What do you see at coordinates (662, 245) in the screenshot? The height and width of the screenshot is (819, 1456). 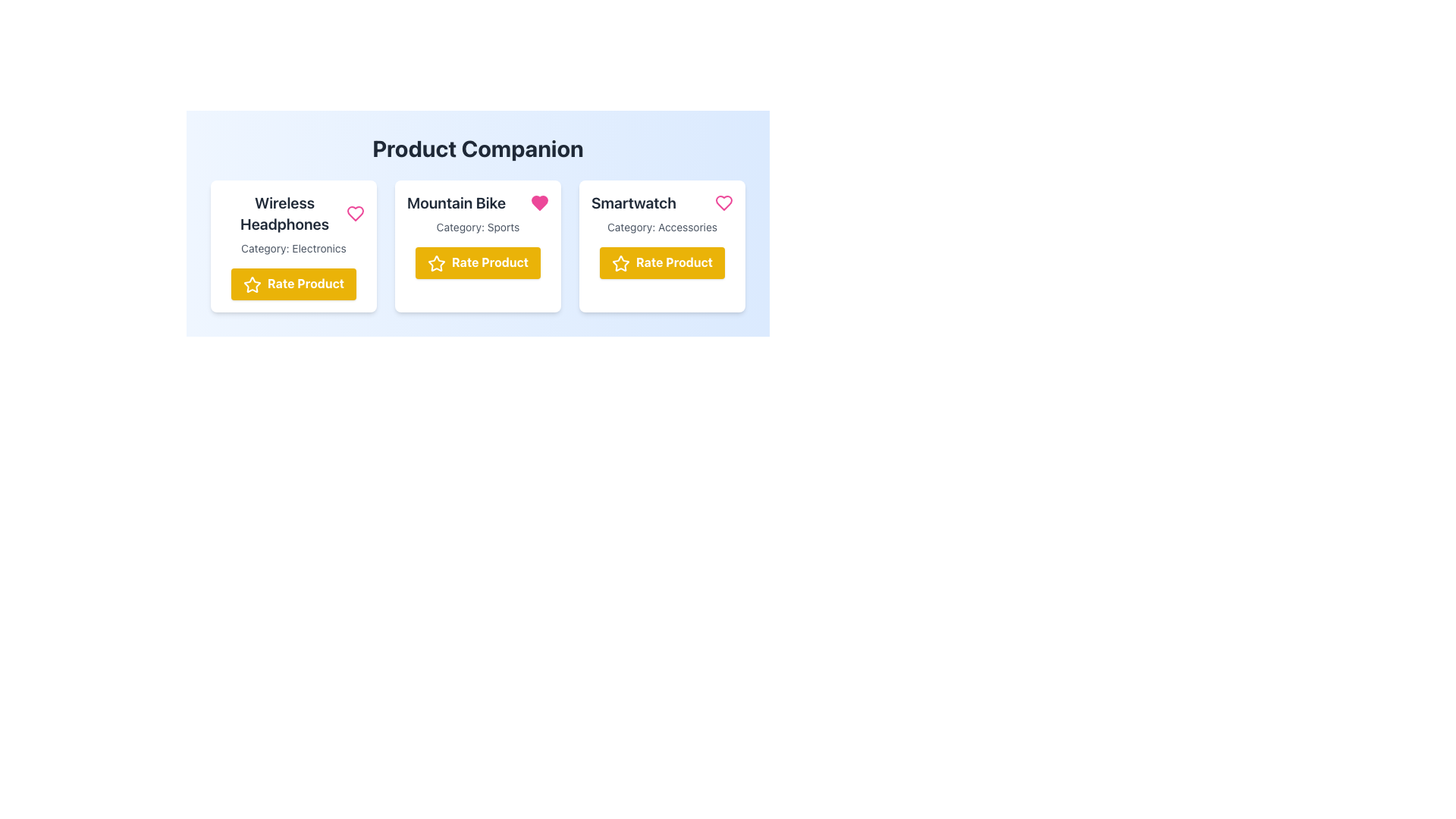 I see `the 'Rate Product' button in the card labeled 'Smartwatch', which is styled with a white background and contains a pink heart icon` at bounding box center [662, 245].